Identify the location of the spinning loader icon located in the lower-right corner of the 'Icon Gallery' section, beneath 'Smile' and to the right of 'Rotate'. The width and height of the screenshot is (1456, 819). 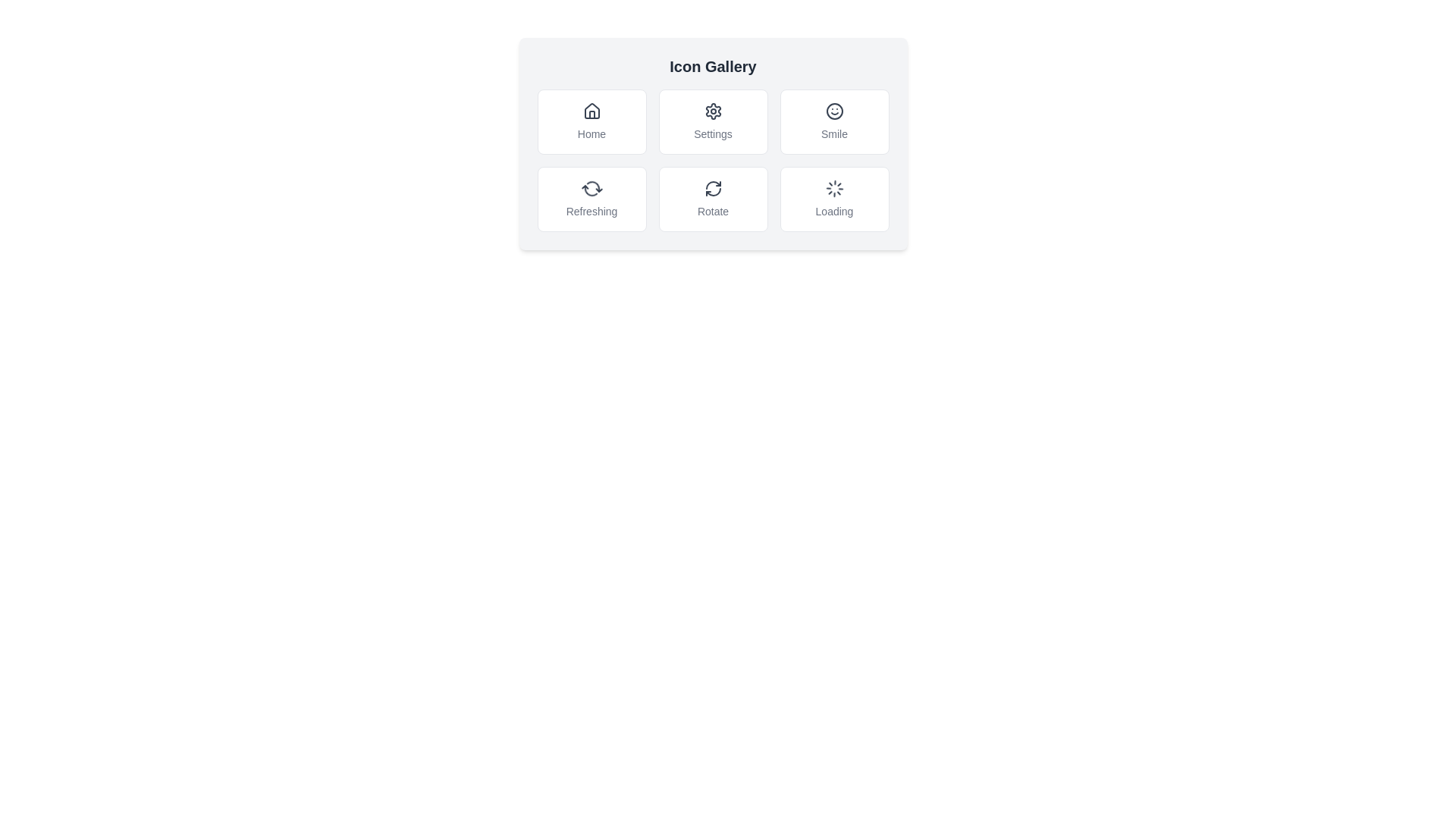
(833, 188).